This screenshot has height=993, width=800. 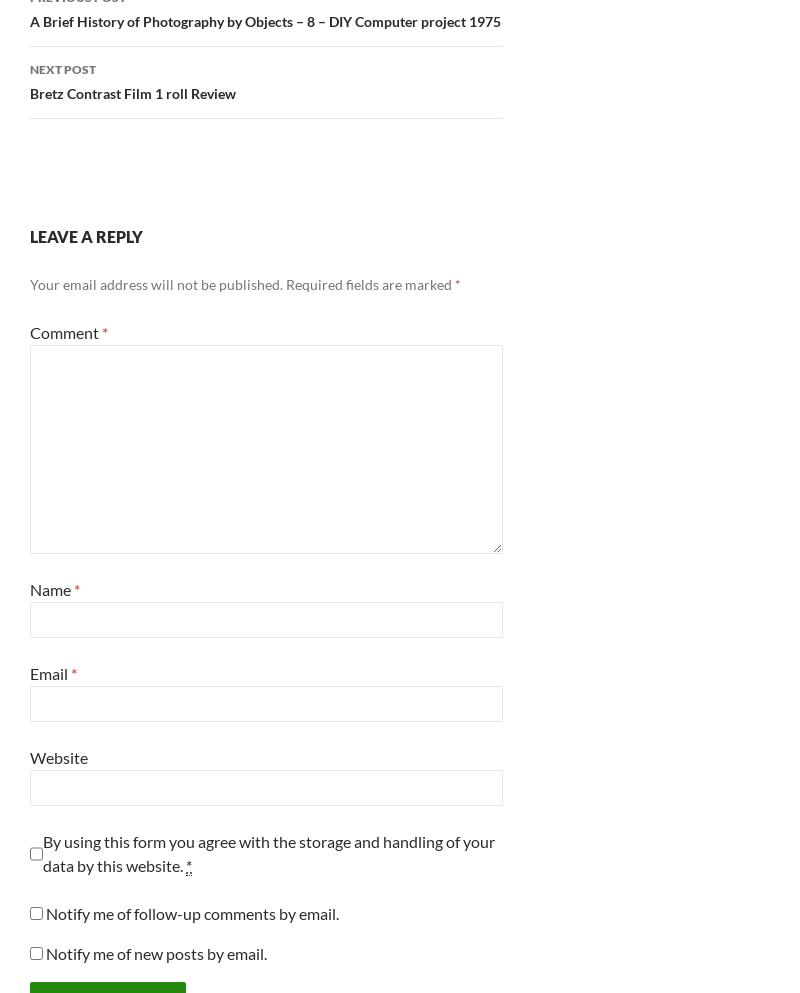 What do you see at coordinates (57, 756) in the screenshot?
I see `'Website'` at bounding box center [57, 756].